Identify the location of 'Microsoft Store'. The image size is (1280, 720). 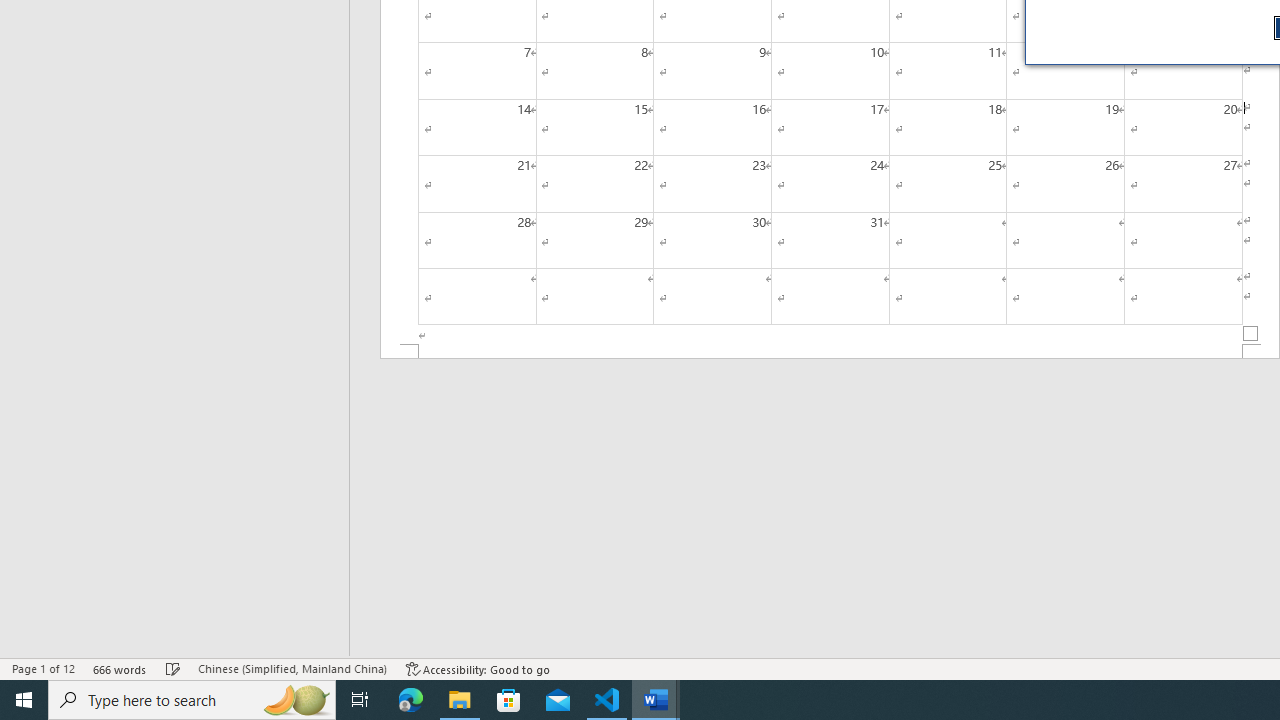
(509, 698).